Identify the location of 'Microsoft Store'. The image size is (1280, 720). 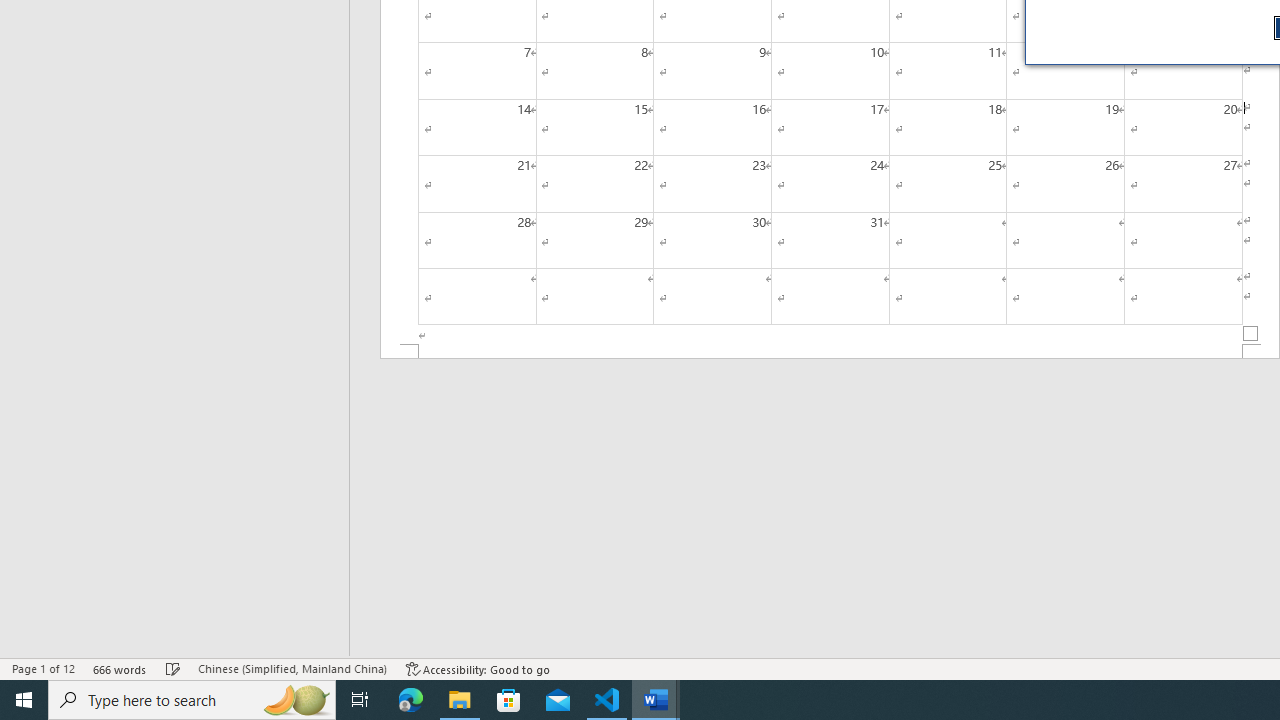
(509, 698).